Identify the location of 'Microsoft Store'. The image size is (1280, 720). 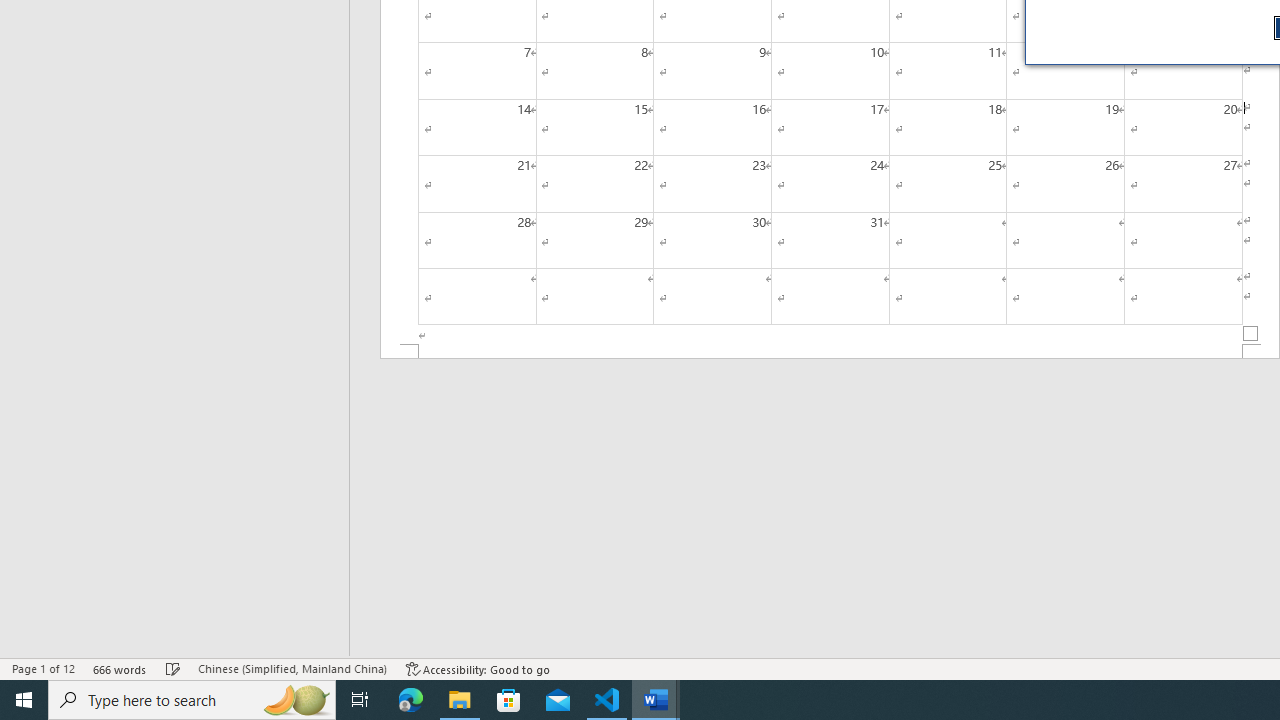
(509, 698).